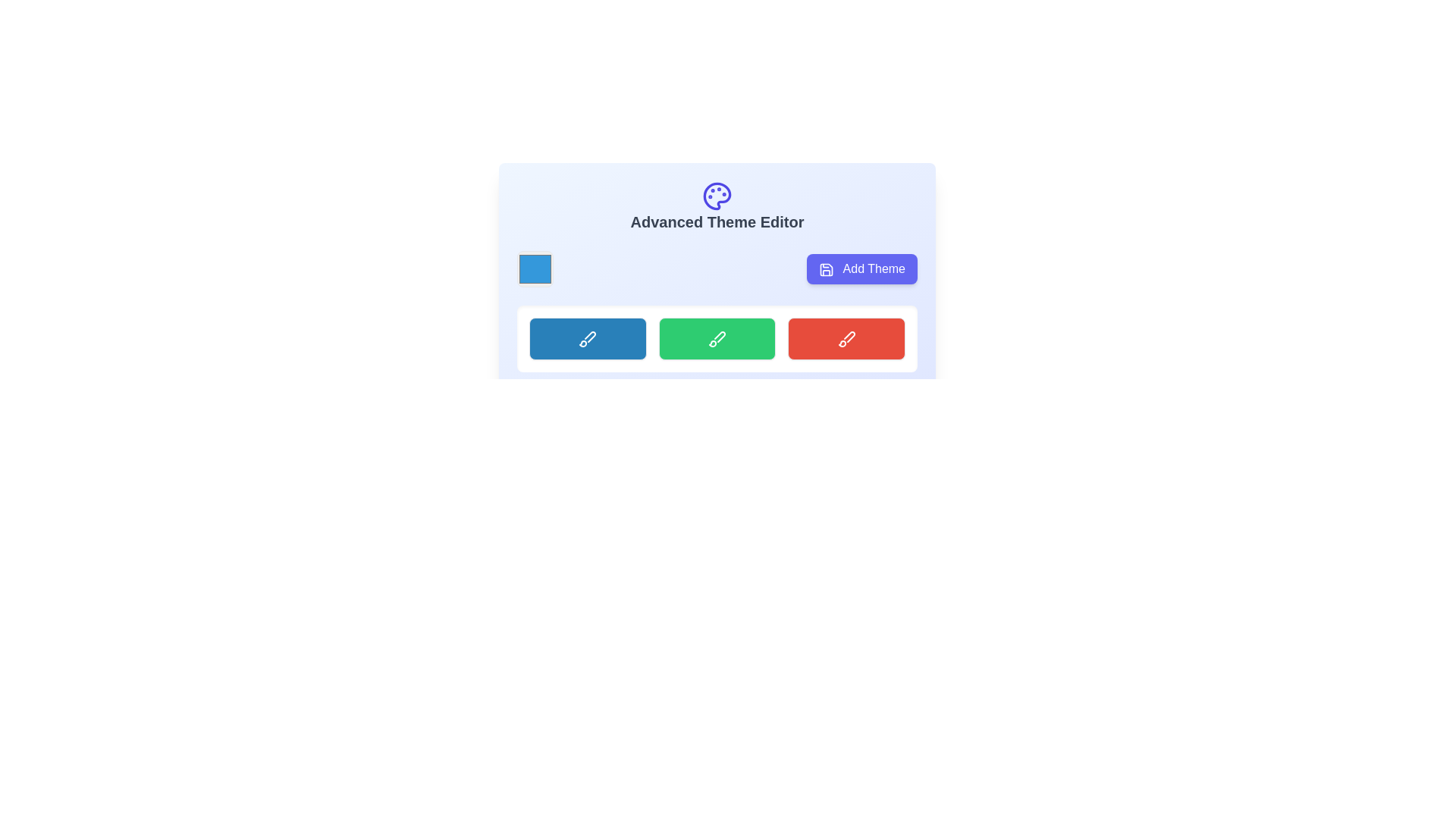 The height and width of the screenshot is (819, 1456). I want to click on the green brush icon button in the 'Advanced Theme Editor' section that represents editing or customization, so click(719, 336).